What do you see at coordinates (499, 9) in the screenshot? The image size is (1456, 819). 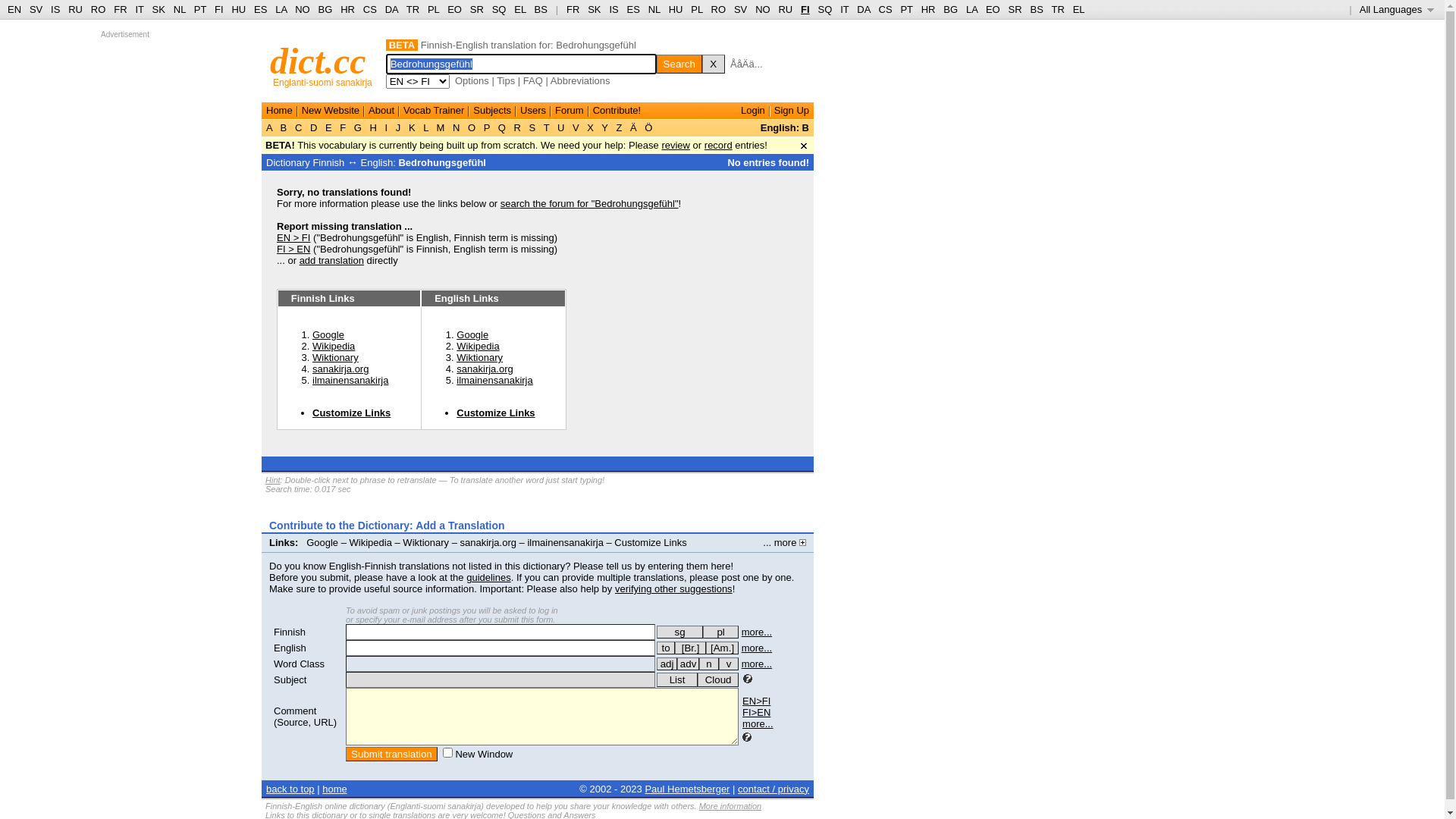 I see `'SQ'` at bounding box center [499, 9].